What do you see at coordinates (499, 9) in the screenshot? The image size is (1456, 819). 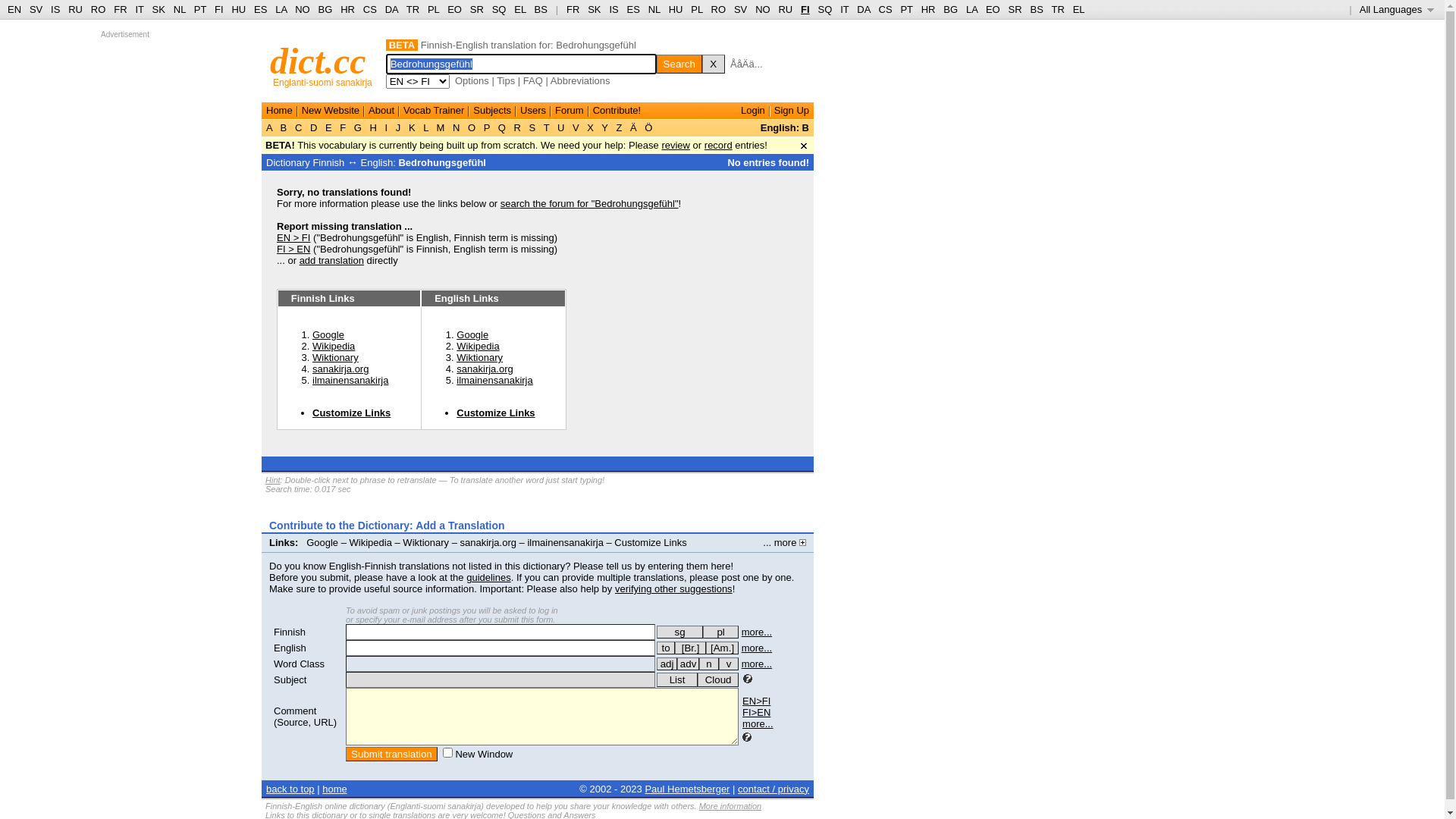 I see `'SQ'` at bounding box center [499, 9].